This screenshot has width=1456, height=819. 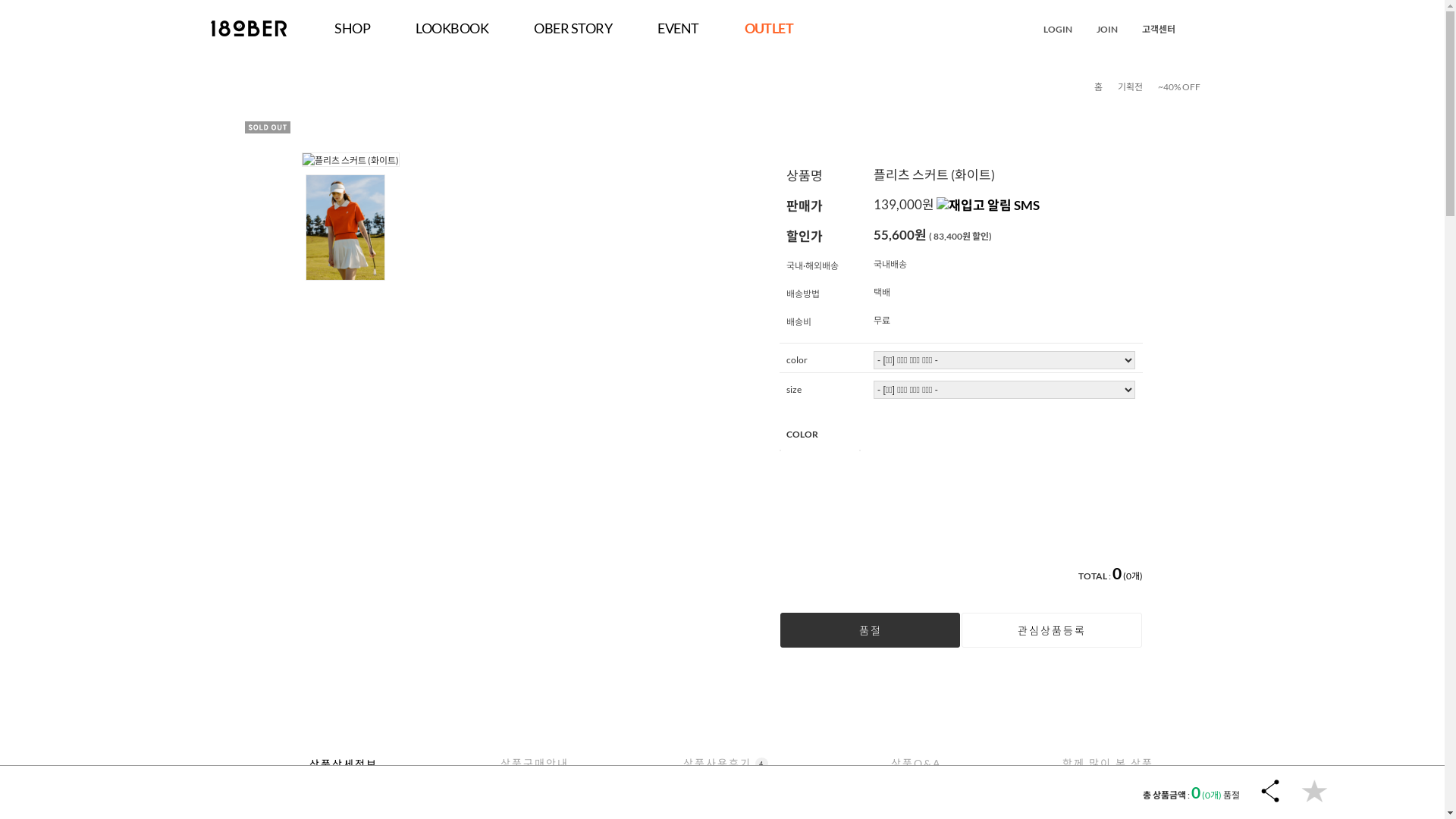 What do you see at coordinates (572, 28) in the screenshot?
I see `'OBER STORY'` at bounding box center [572, 28].